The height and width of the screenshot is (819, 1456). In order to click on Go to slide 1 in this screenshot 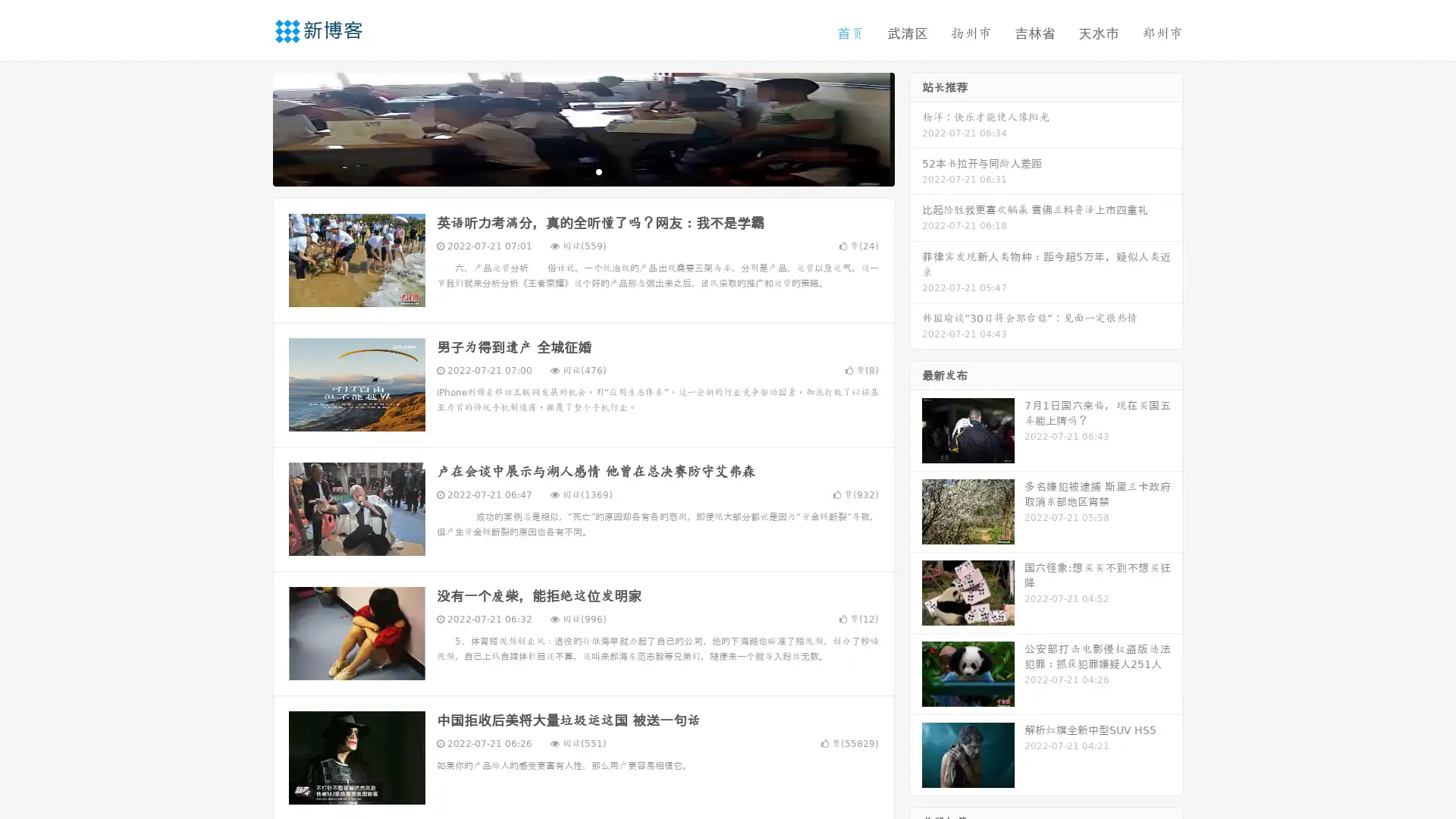, I will do `click(567, 171)`.